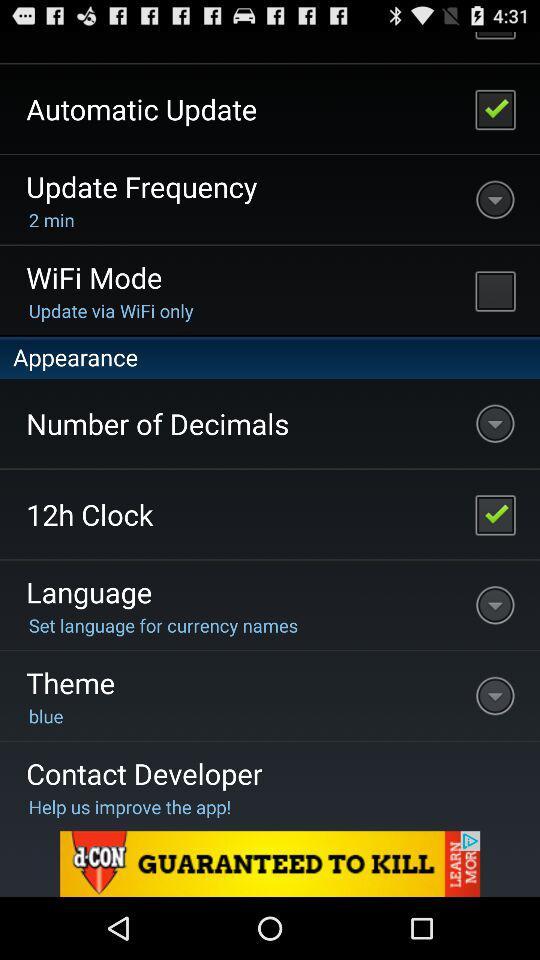 Image resolution: width=540 pixels, height=960 pixels. Describe the element at coordinates (494, 289) in the screenshot. I see `turn on wifi mode` at that location.